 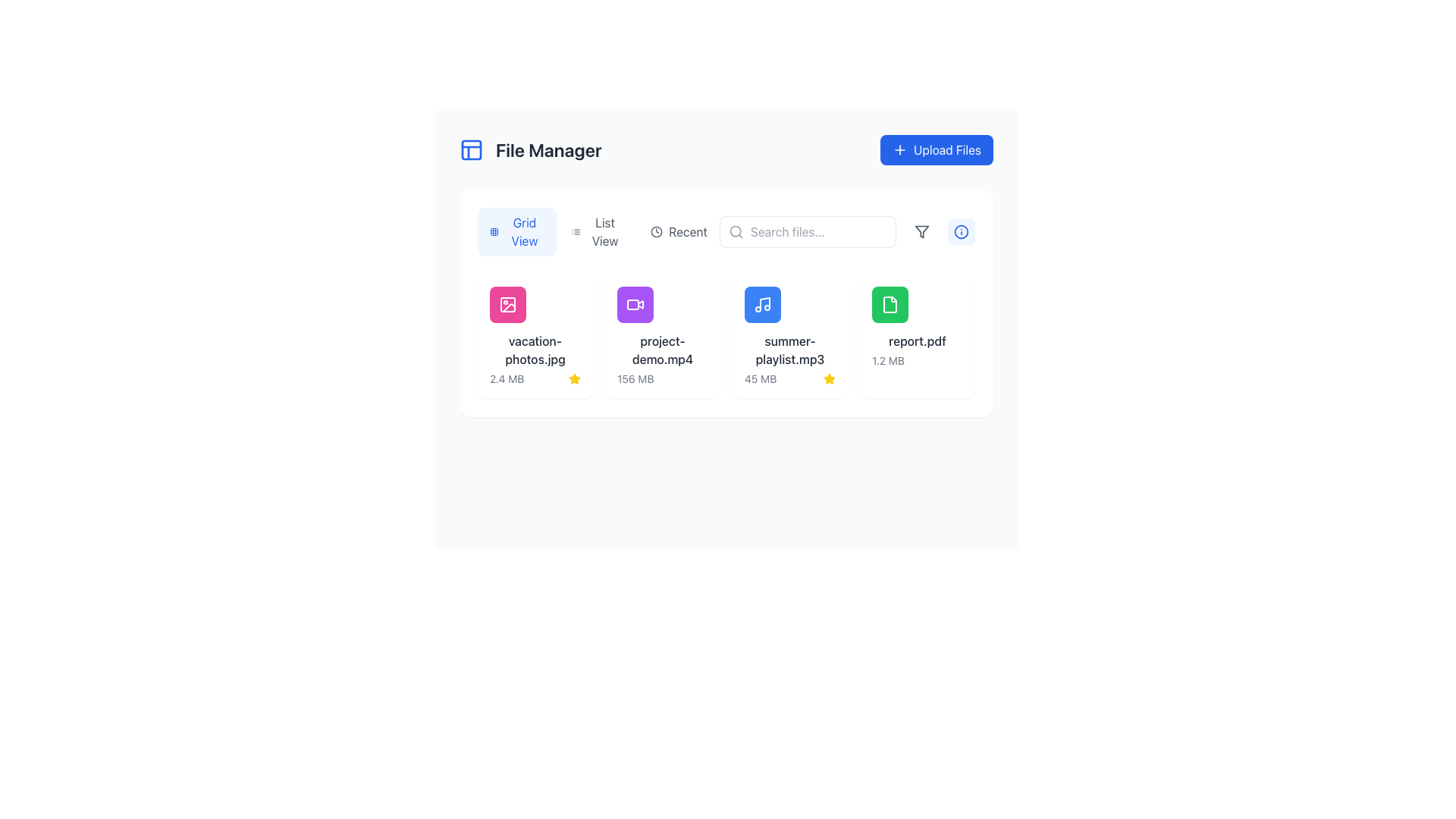 What do you see at coordinates (508, 304) in the screenshot?
I see `the icon representing the image file 'vacation-photos.jpg' located at the top-left position of the first document card in the grid view of the file manager interface` at bounding box center [508, 304].